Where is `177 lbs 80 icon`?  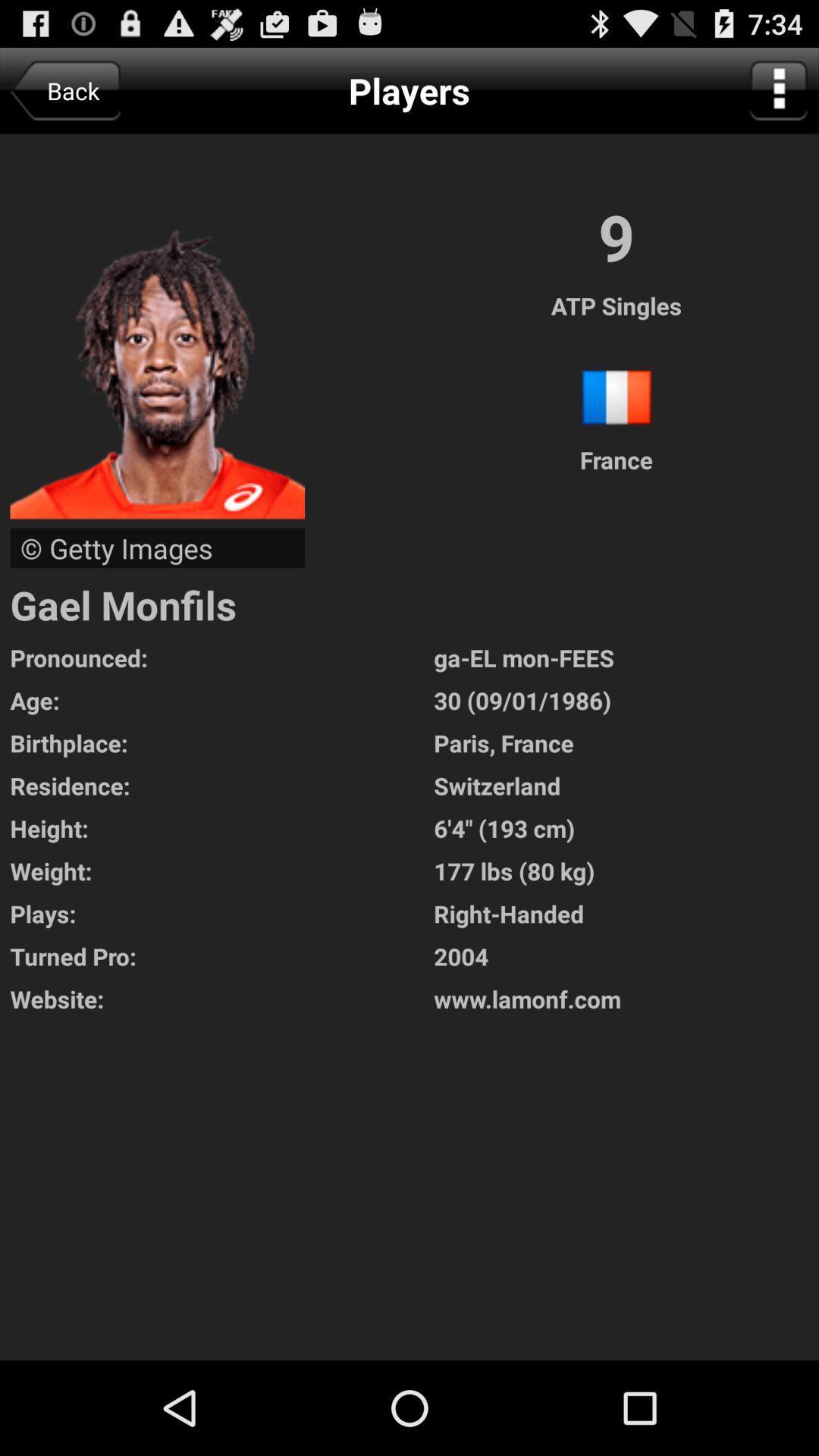 177 lbs 80 icon is located at coordinates (626, 871).